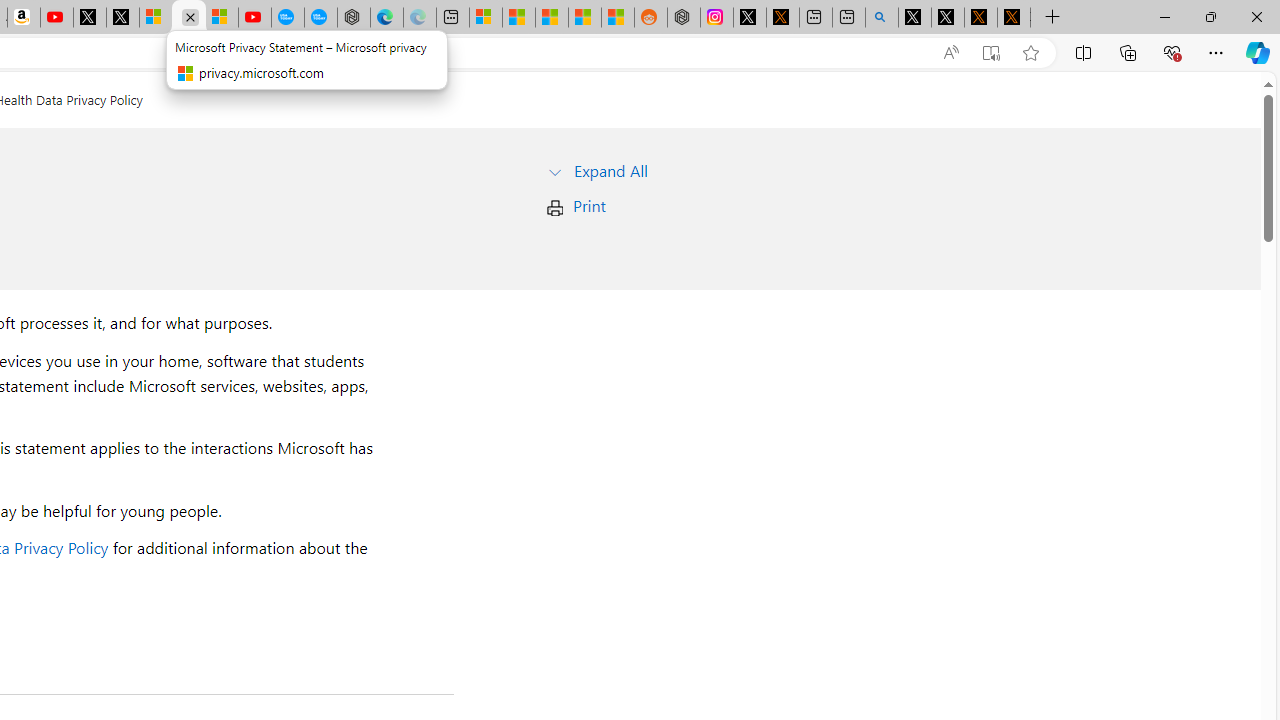  Describe the element at coordinates (552, 17) in the screenshot. I see `'Shanghai, China hourly forecast | Microsoft Weather'` at that location.